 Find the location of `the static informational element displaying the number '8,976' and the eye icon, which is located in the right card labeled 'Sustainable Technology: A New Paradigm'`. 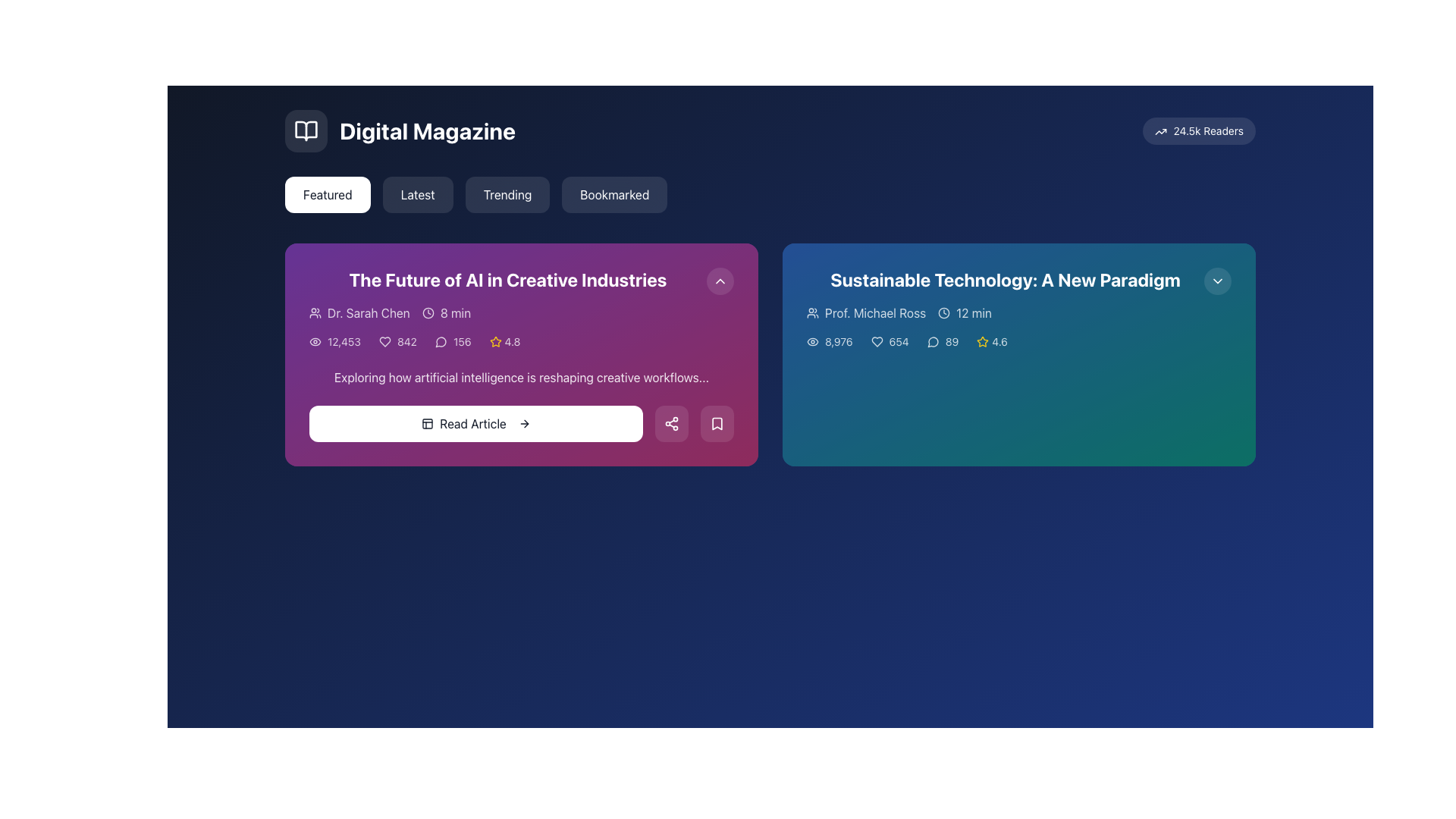

the static informational element displaying the number '8,976' and the eye icon, which is located in the right card labeled 'Sustainable Technology: A New Paradigm' is located at coordinates (829, 342).